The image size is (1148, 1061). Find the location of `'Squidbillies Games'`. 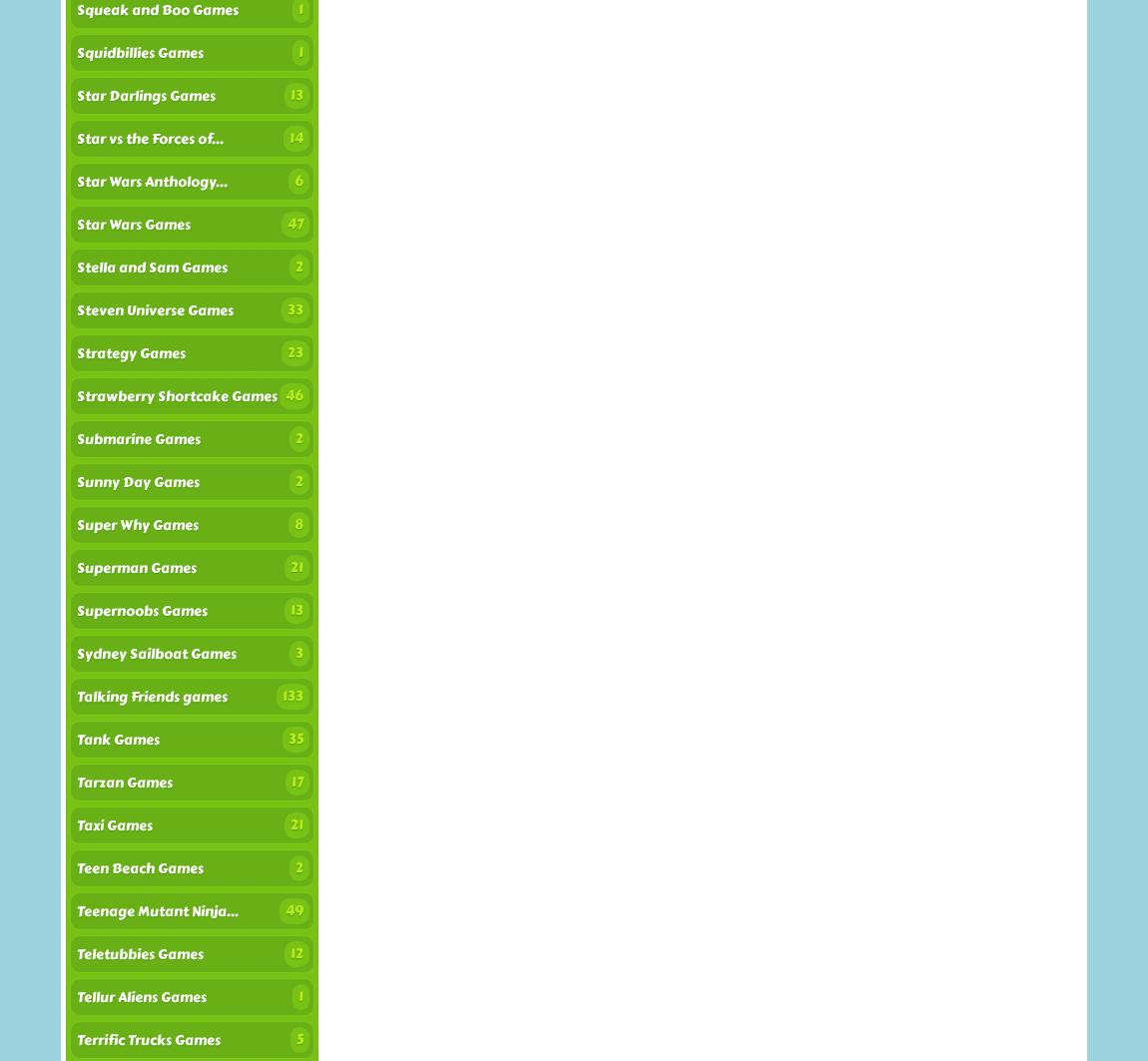

'Squidbillies Games' is located at coordinates (139, 53).